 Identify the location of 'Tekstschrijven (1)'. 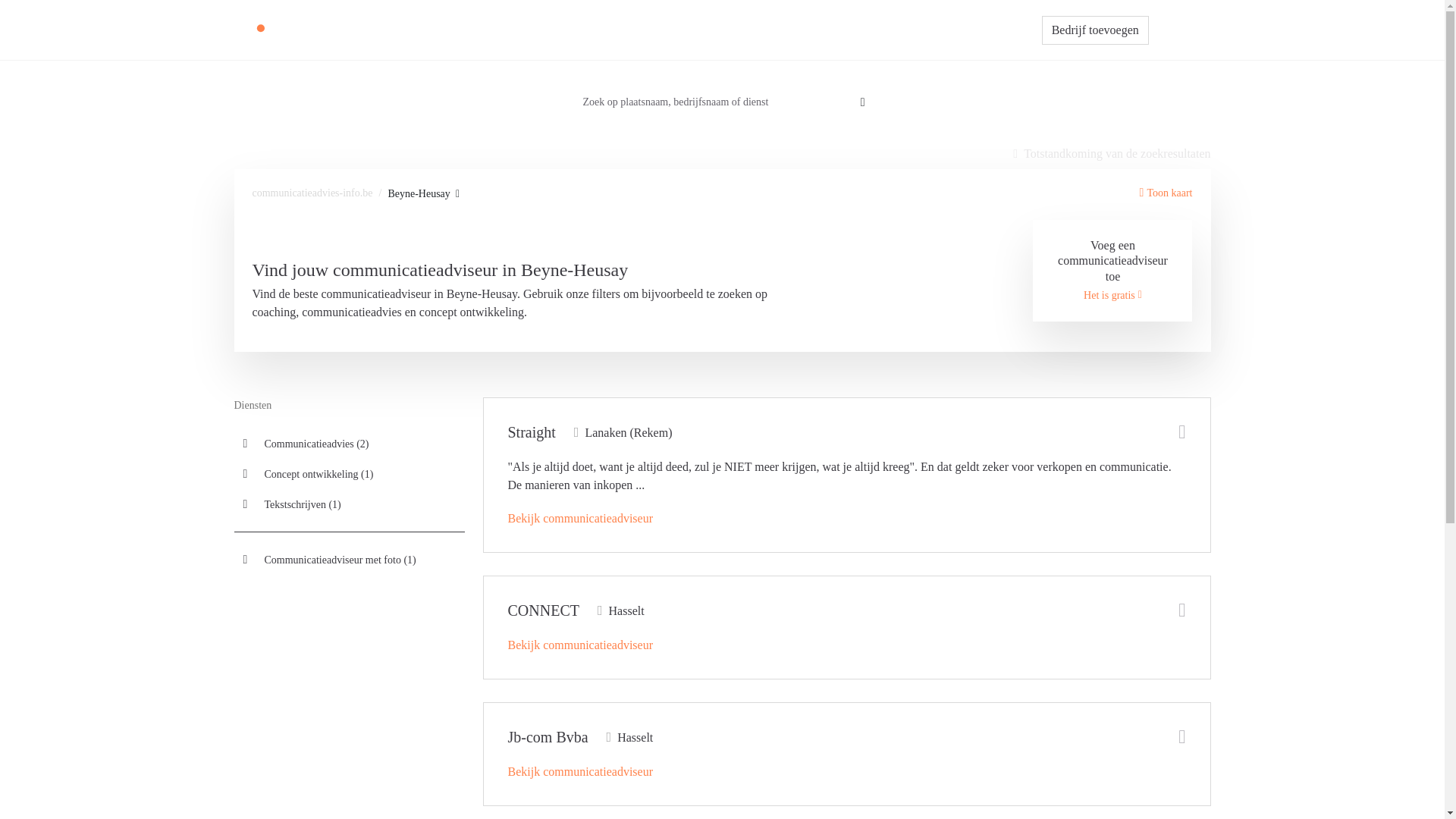
(348, 504).